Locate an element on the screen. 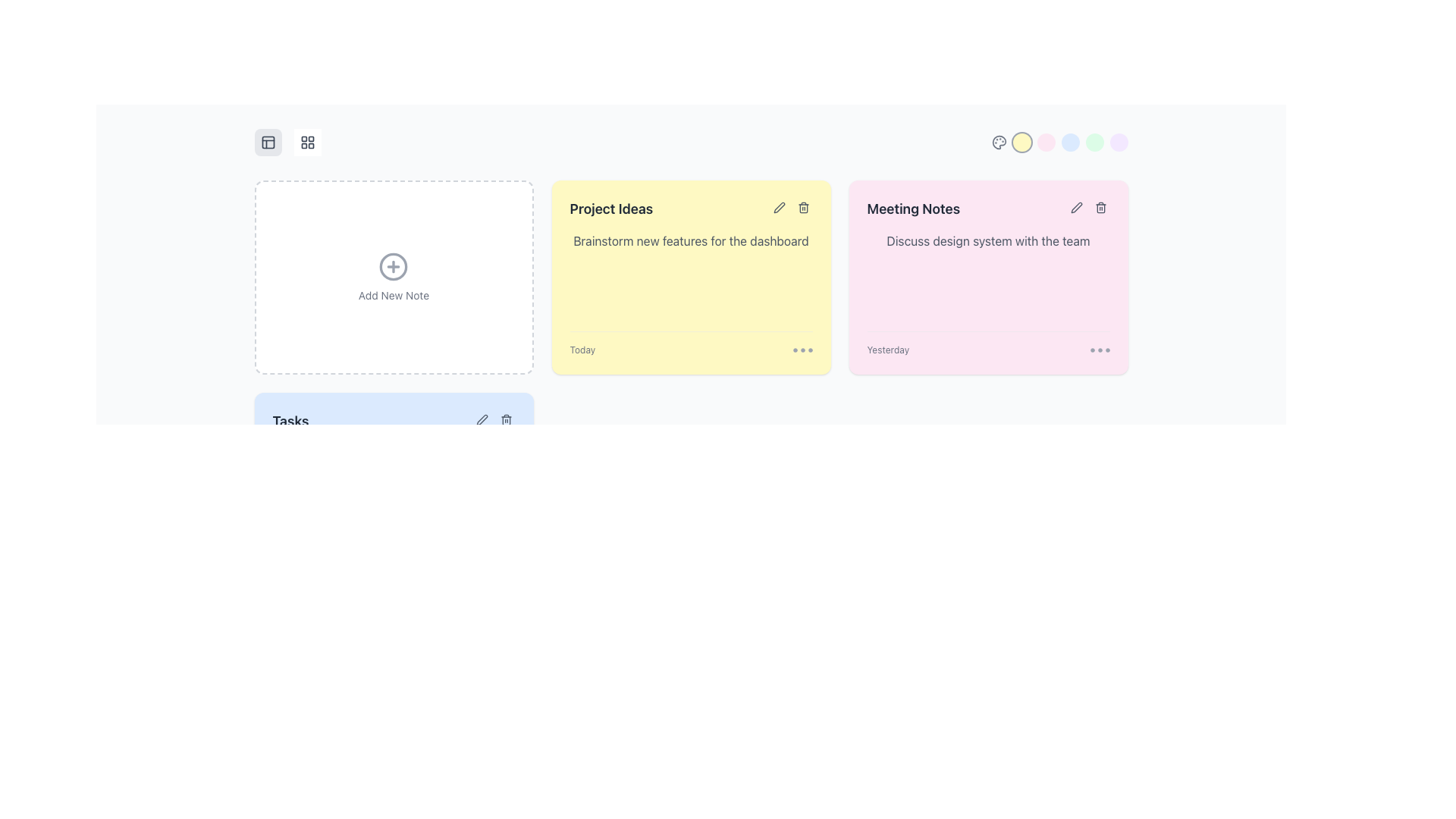 Image resolution: width=1456 pixels, height=819 pixels. the decorative SVG graphic icon representing a palette or color-related feature located in the upper right corner of the interface, near the circular color indicators is located at coordinates (999, 143).